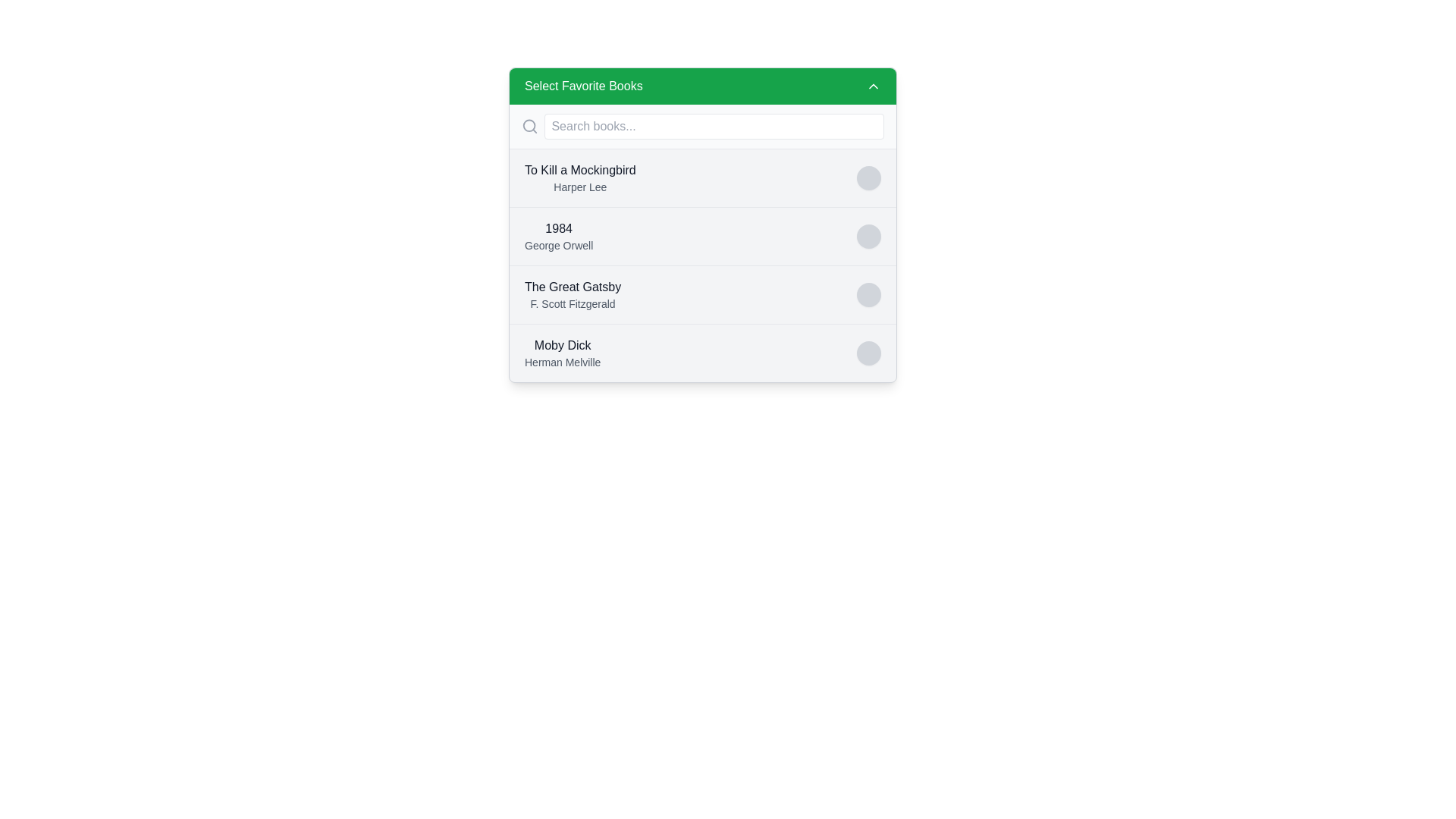 The image size is (1456, 819). I want to click on the list item displaying the title '1984' and subtitle 'George Orwell', which is the second item in a list of four items, so click(701, 265).